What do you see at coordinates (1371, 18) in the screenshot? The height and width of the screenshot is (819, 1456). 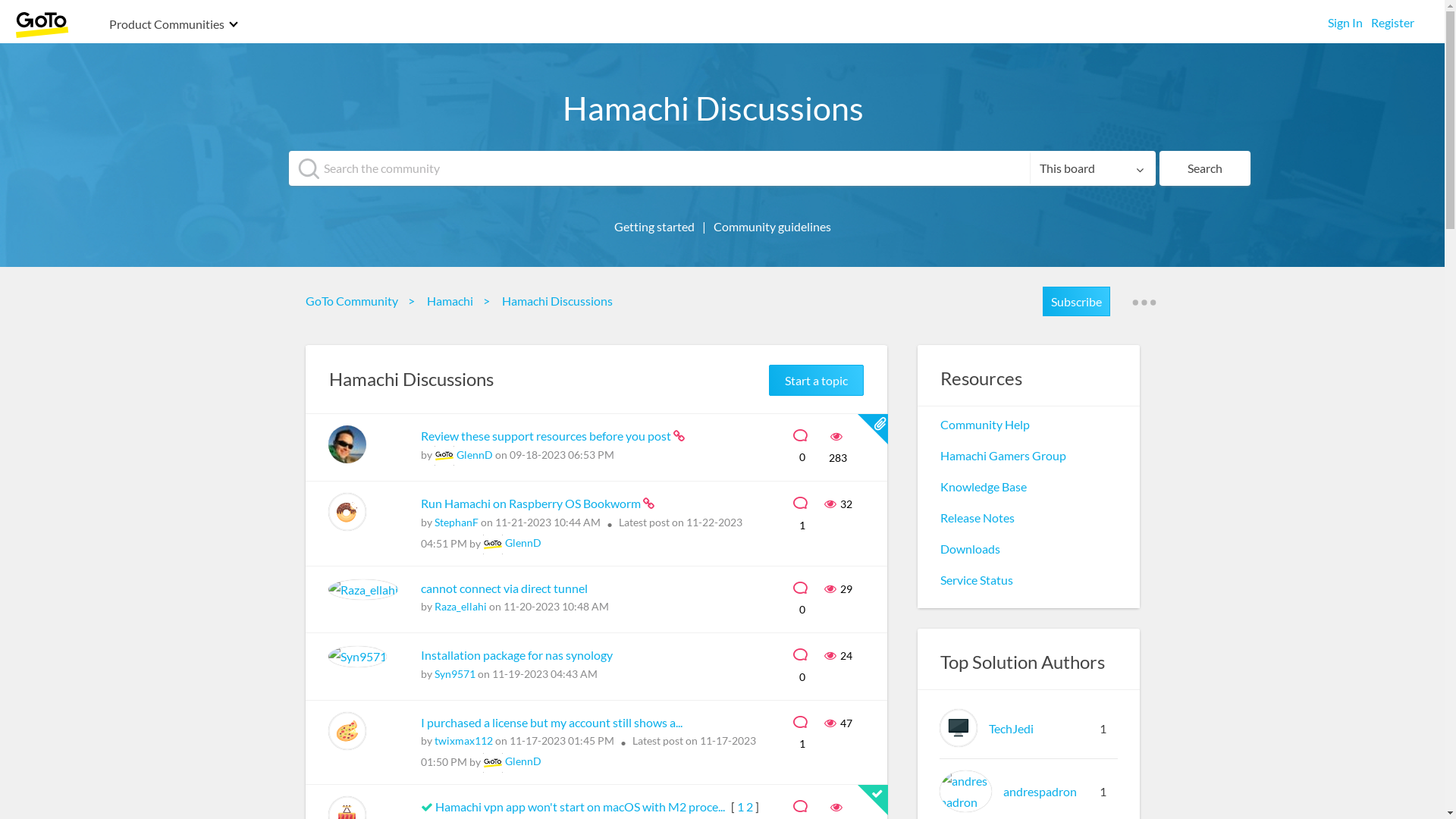 I see `'Register'` at bounding box center [1371, 18].